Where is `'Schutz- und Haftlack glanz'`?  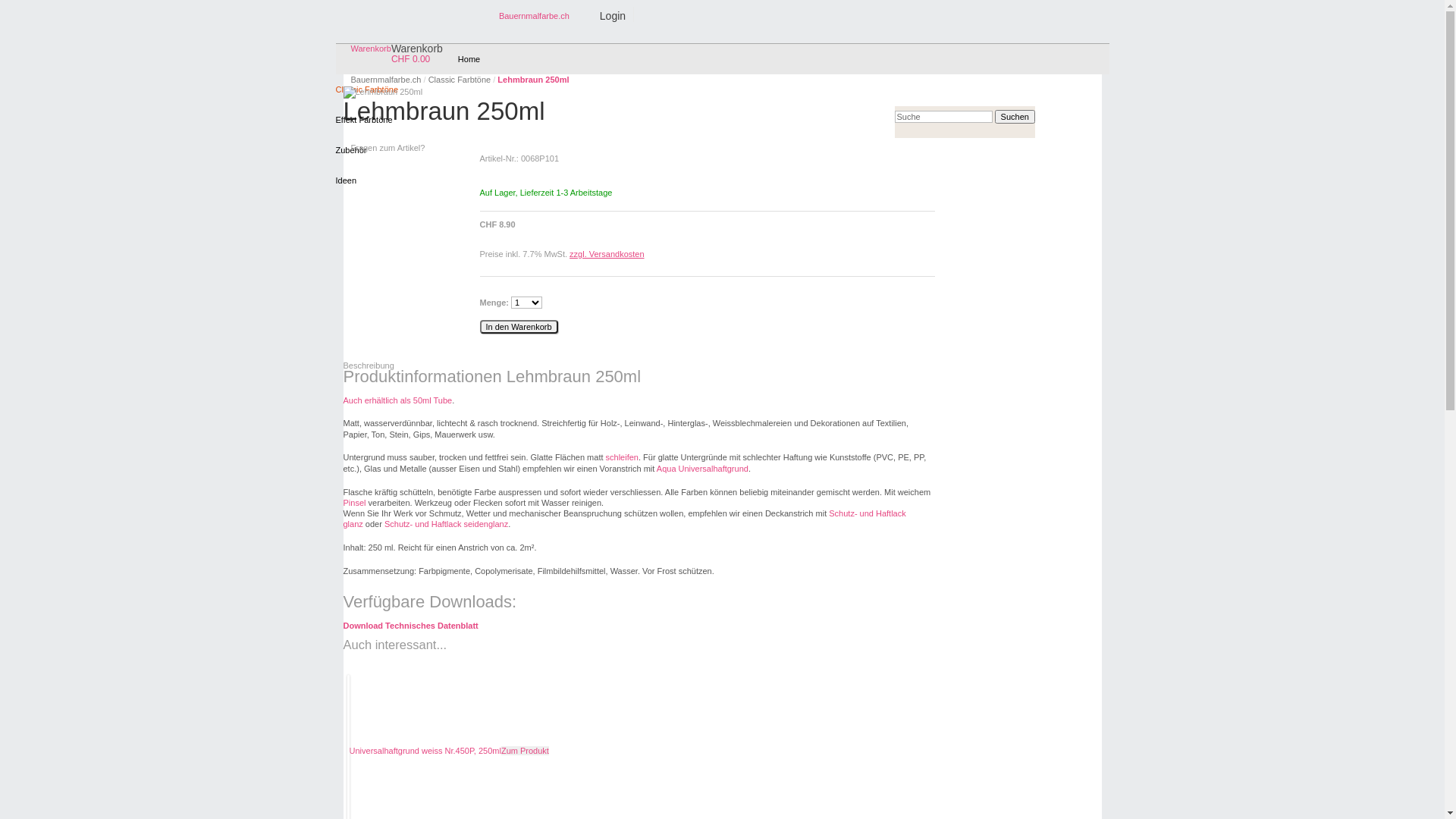 'Schutz- und Haftlack glanz' is located at coordinates (623, 517).